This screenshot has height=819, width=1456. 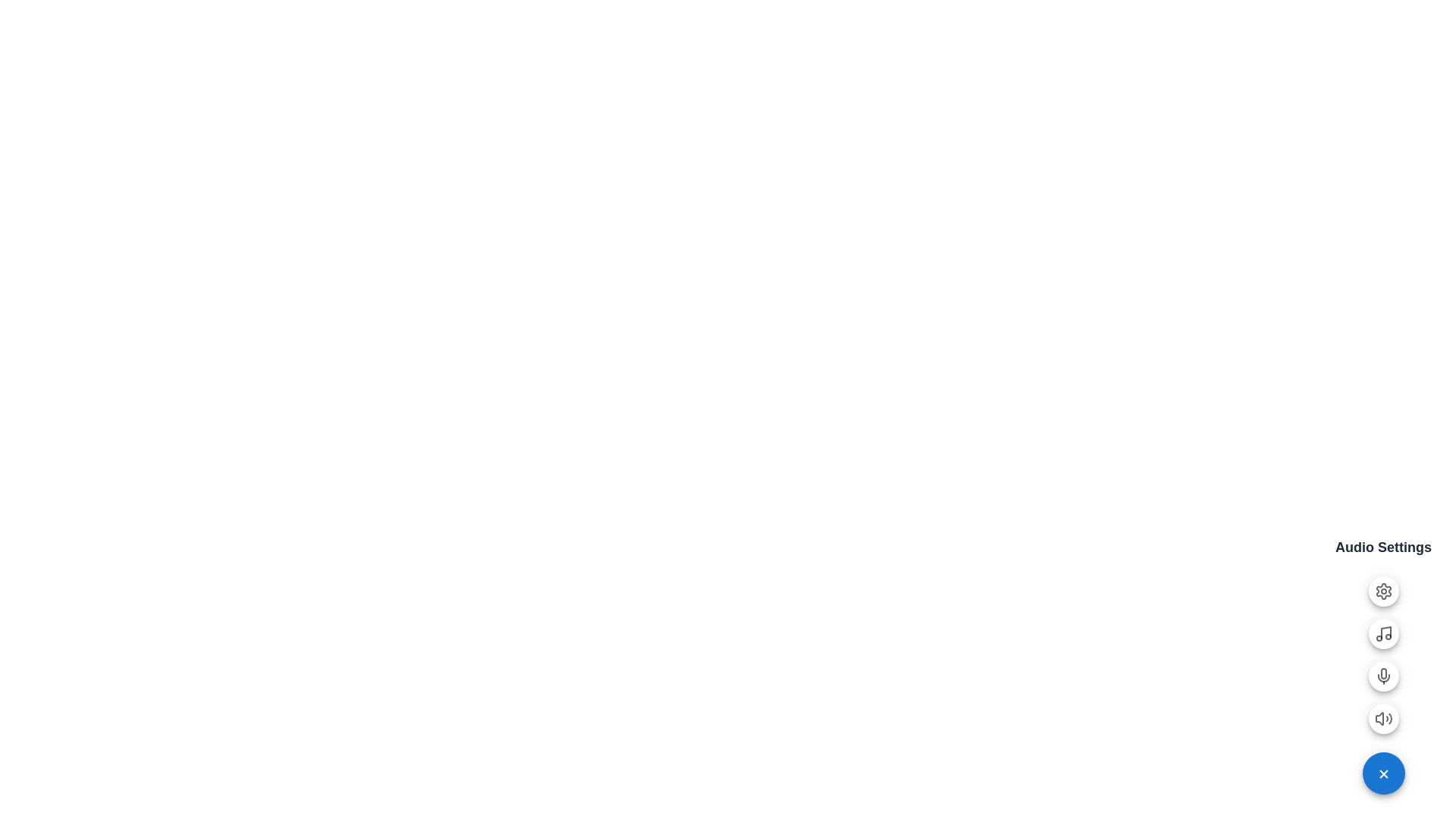 I want to click on the sound or volume icon located in the bottom right corner of the interface, below the 'Audio Settings' label, so click(x=1379, y=718).